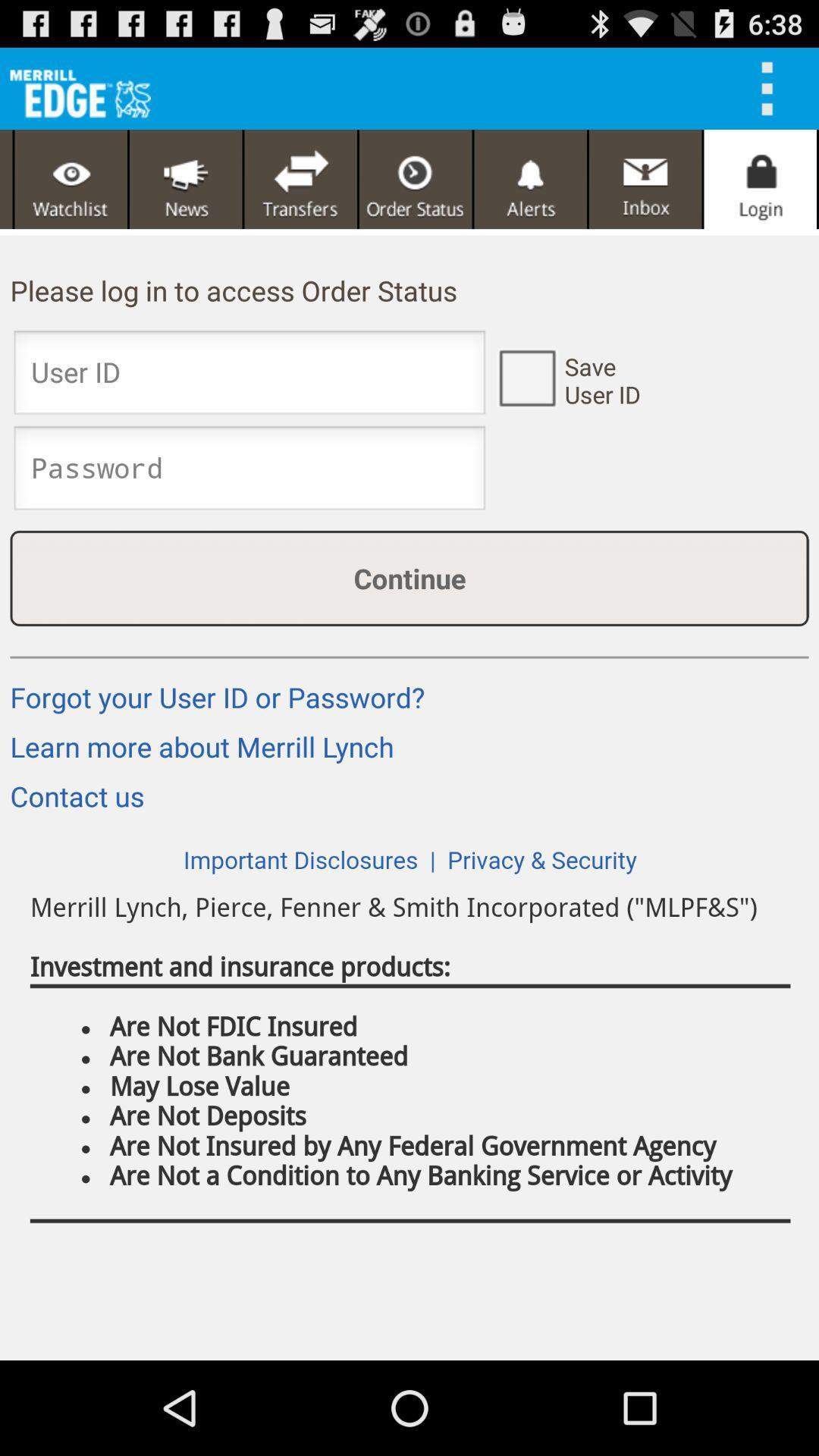  I want to click on menu page, so click(71, 179).